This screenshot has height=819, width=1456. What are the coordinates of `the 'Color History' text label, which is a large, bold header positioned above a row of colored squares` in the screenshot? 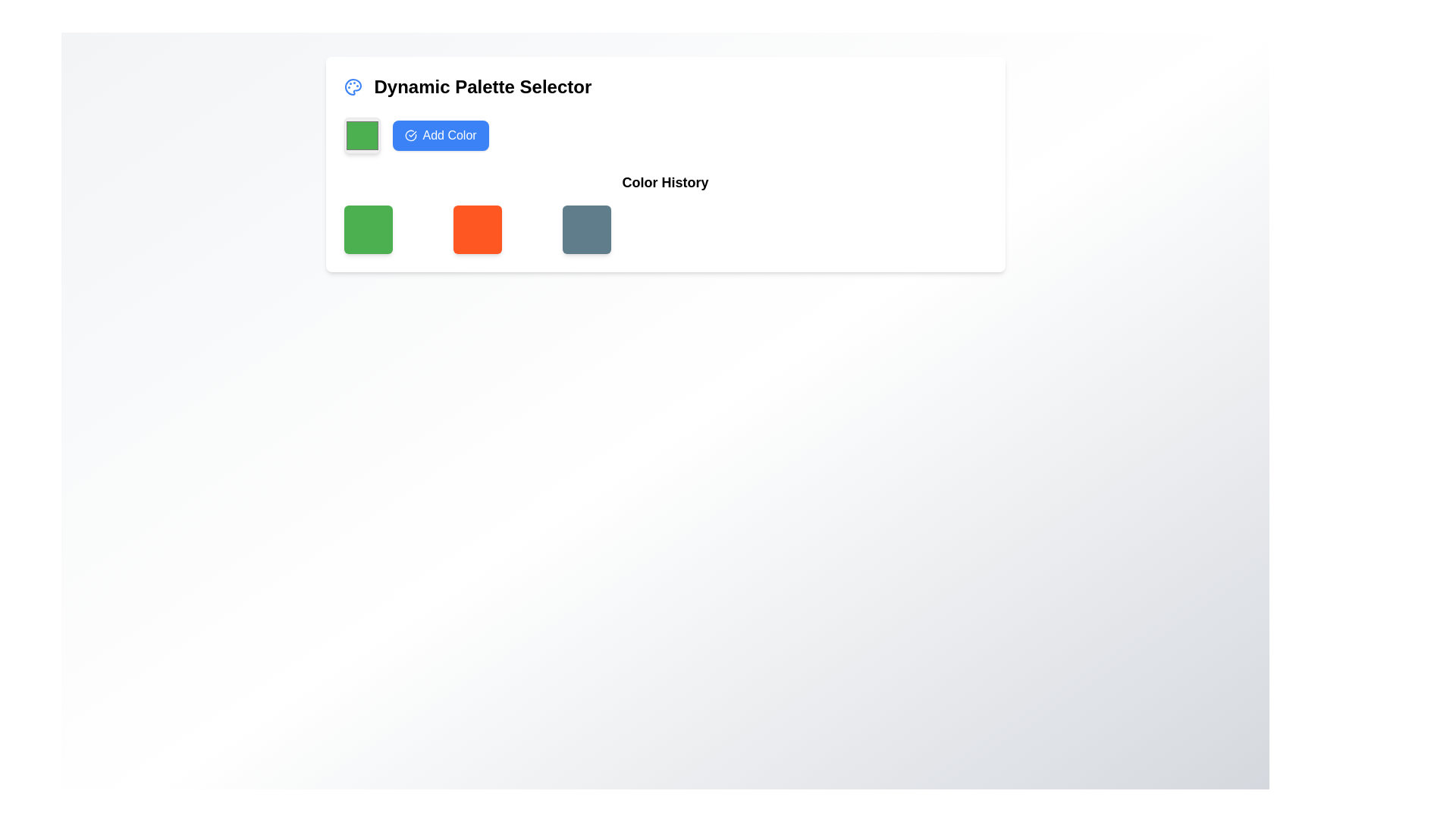 It's located at (665, 181).